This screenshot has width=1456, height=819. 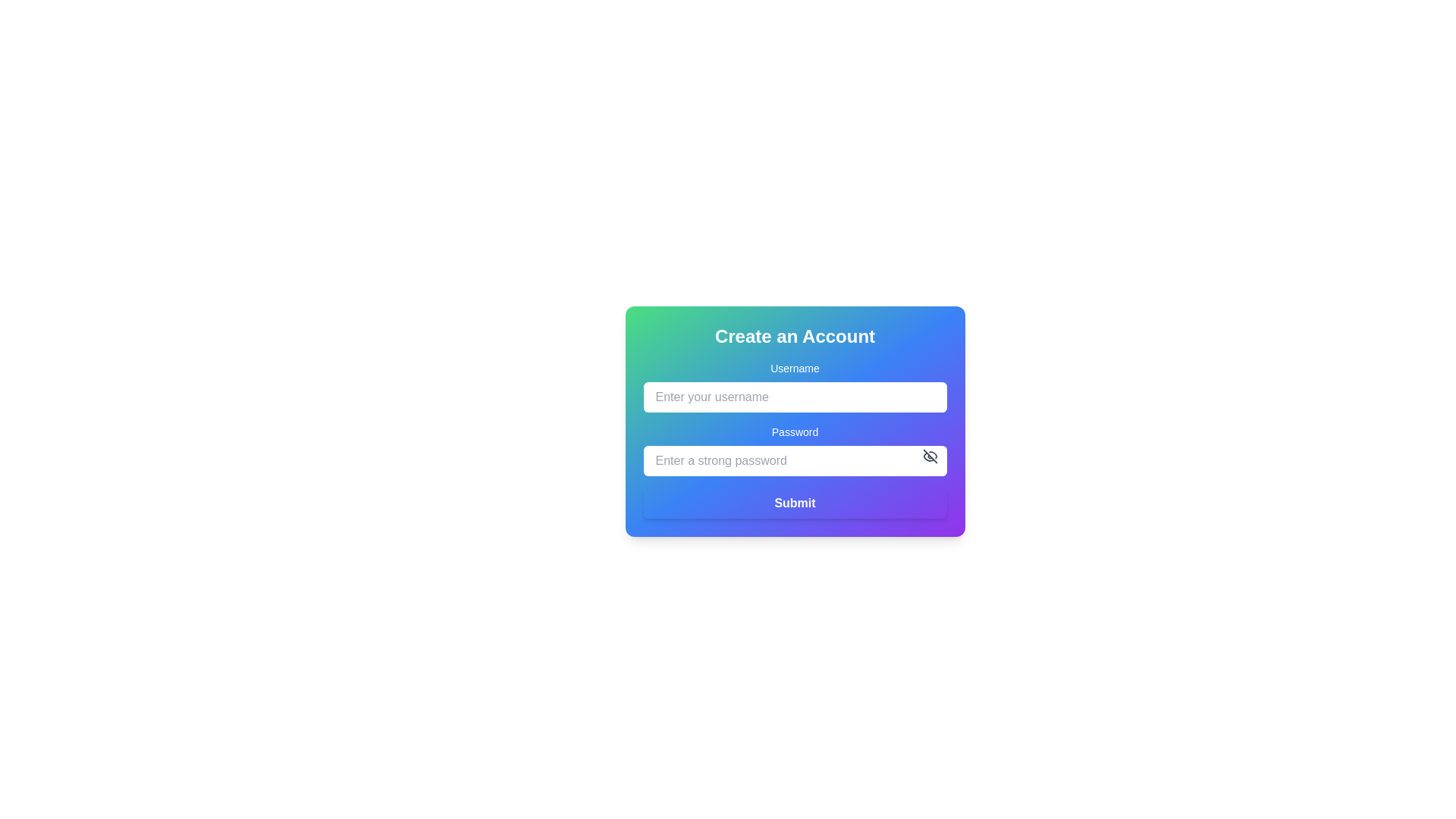 What do you see at coordinates (929, 455) in the screenshot?
I see `the button located to the right of the password input field` at bounding box center [929, 455].